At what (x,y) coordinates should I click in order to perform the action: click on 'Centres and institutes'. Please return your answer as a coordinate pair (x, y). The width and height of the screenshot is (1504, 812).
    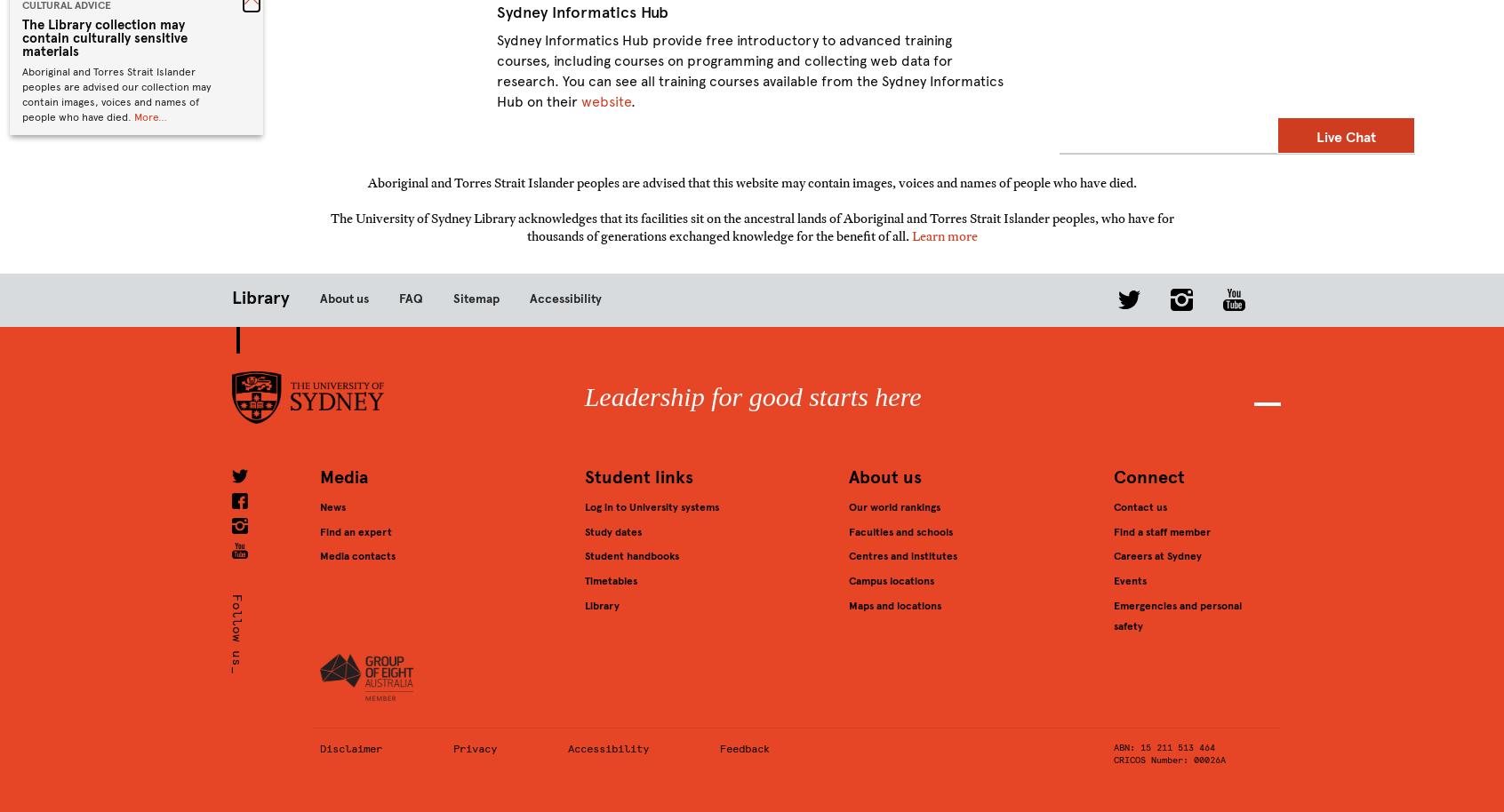
    Looking at the image, I should click on (902, 554).